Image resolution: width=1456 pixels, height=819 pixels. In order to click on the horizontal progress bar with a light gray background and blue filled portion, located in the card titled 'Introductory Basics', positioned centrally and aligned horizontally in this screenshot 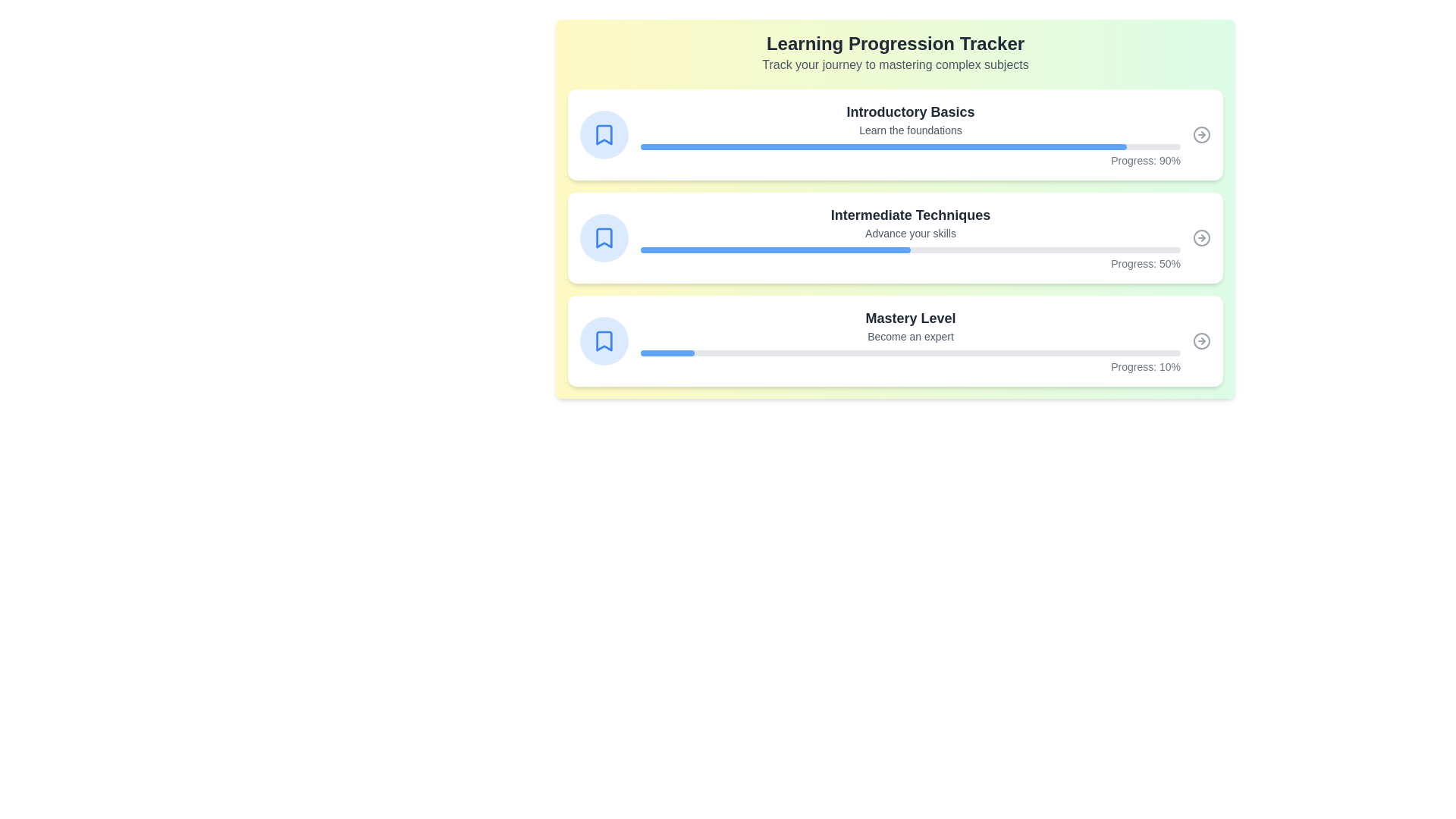, I will do `click(910, 146)`.